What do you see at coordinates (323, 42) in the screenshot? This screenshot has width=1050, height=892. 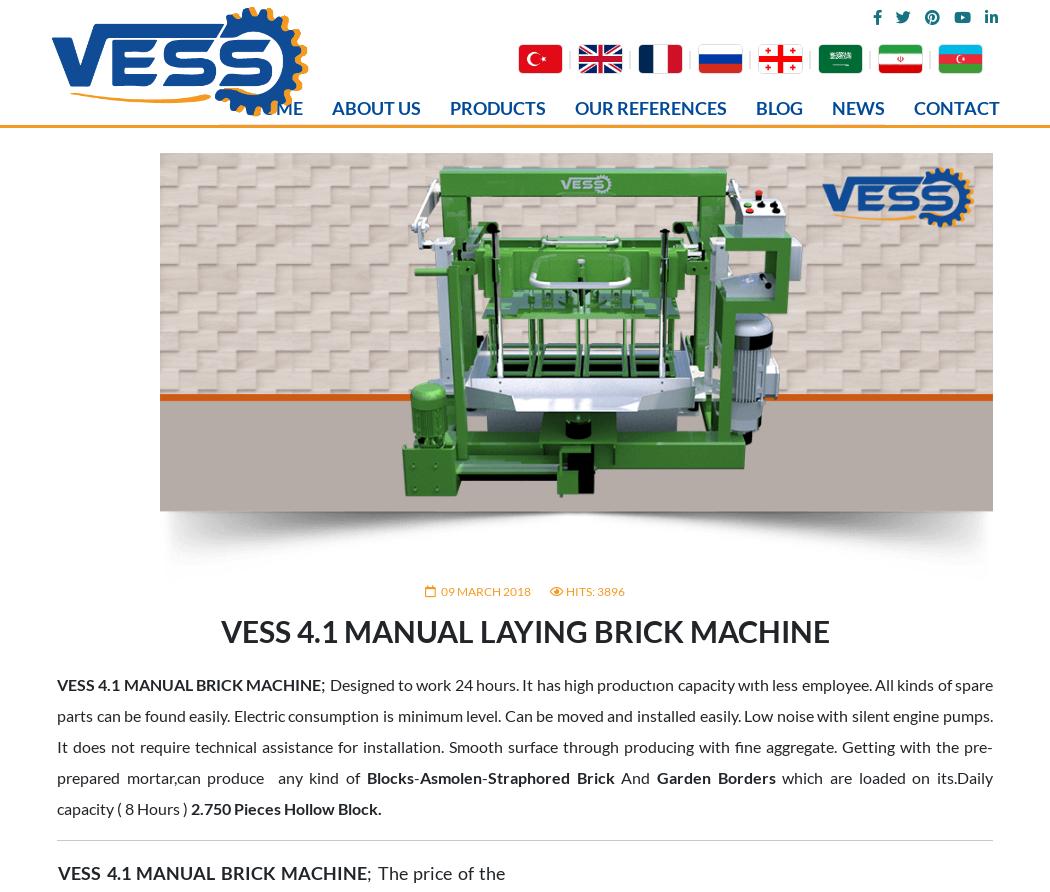 I see `';'` at bounding box center [323, 42].